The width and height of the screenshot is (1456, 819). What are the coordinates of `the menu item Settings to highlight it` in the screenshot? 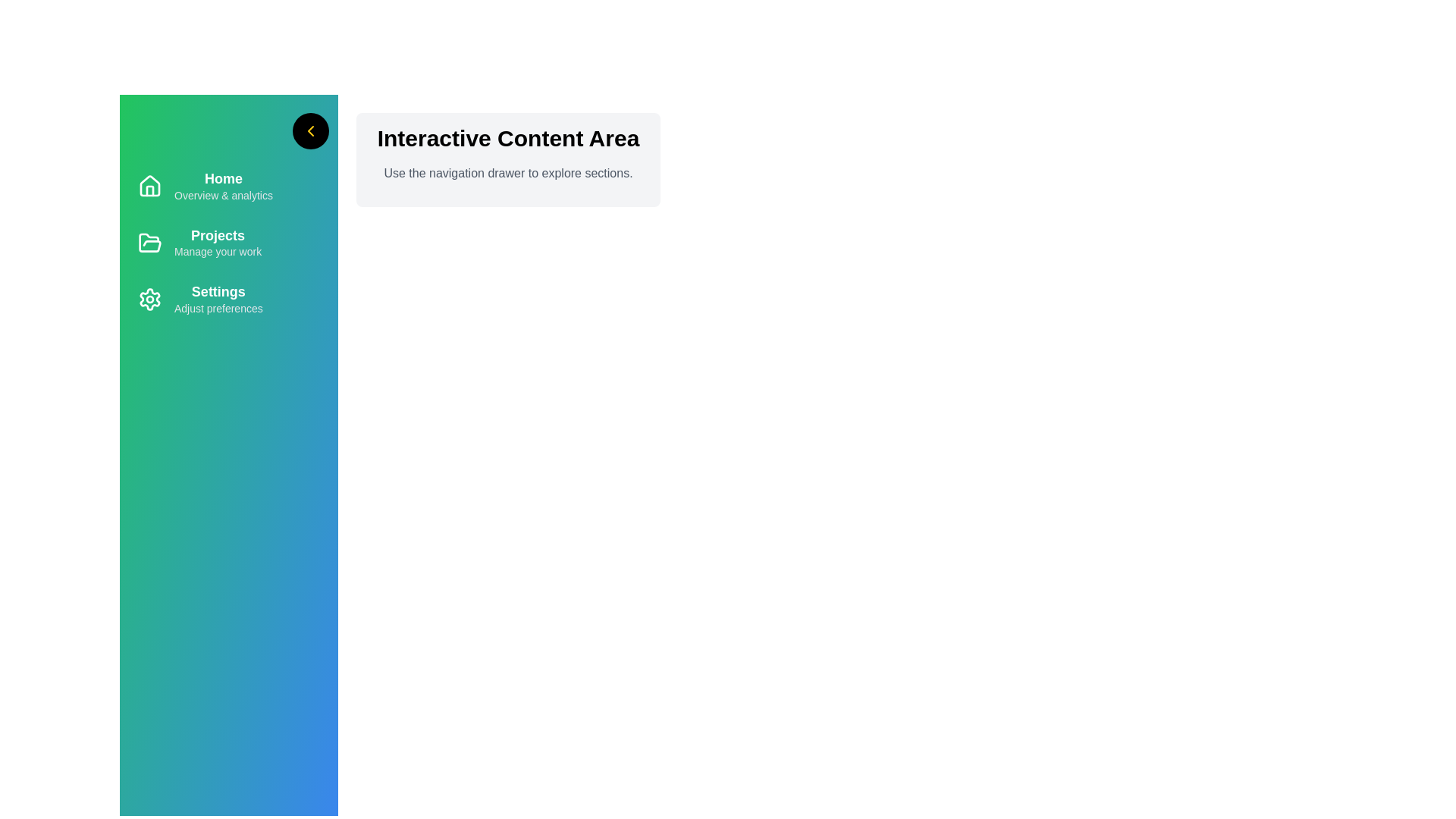 It's located at (228, 299).